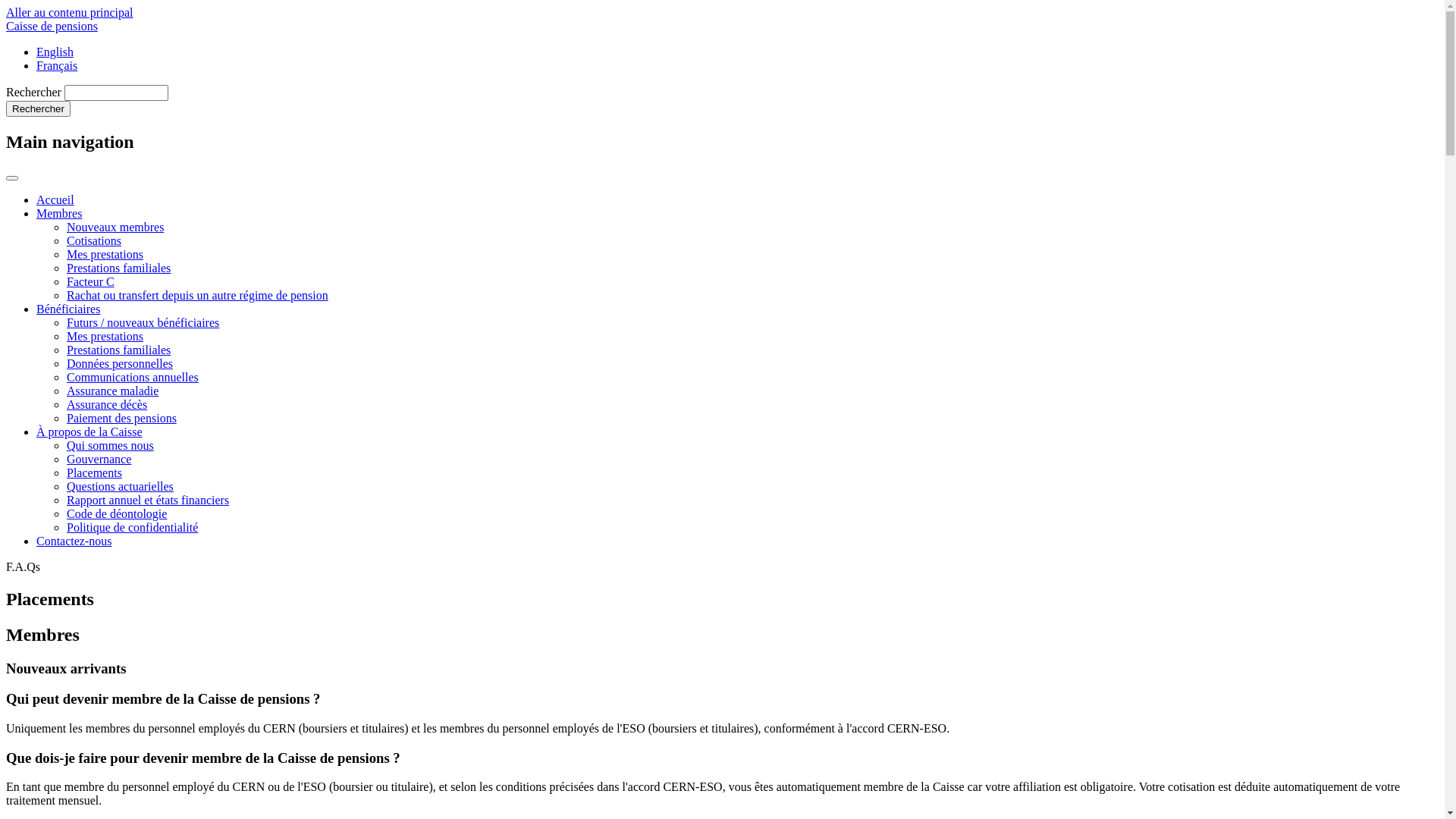 This screenshot has height=819, width=1456. I want to click on 'Rechercher', so click(38, 108).